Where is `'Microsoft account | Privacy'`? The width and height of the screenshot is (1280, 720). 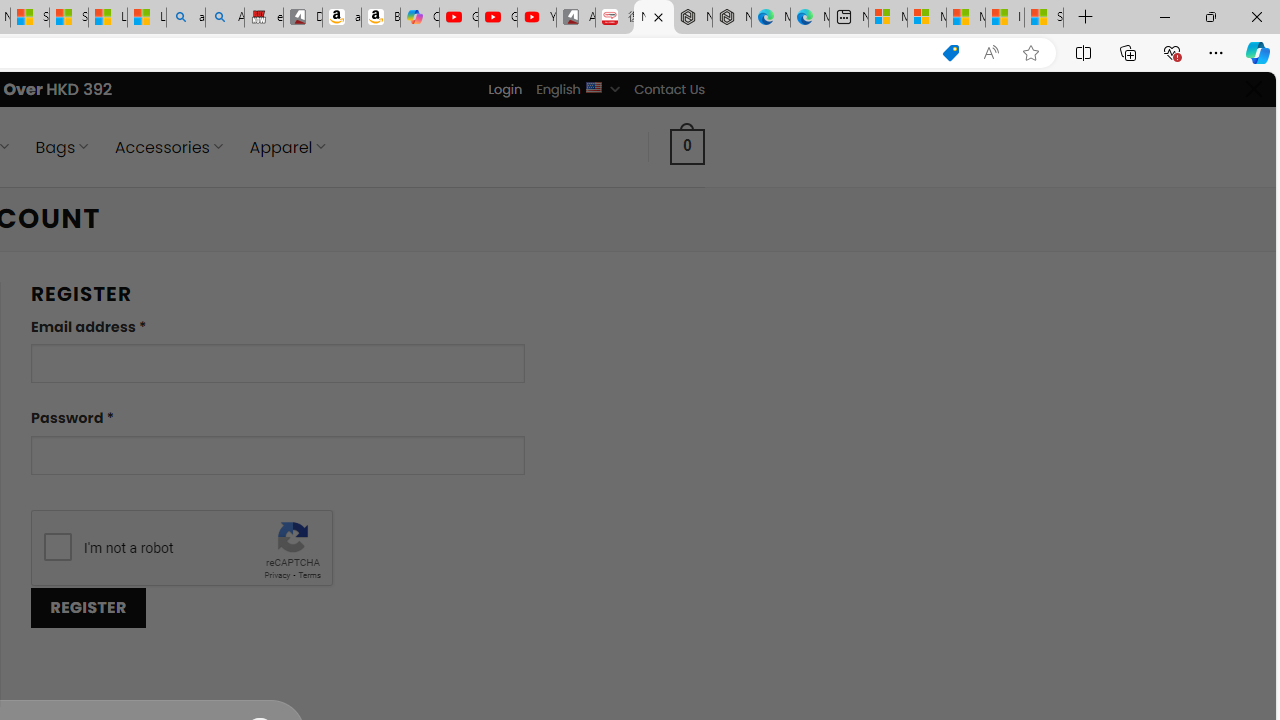 'Microsoft account | Privacy' is located at coordinates (925, 17).